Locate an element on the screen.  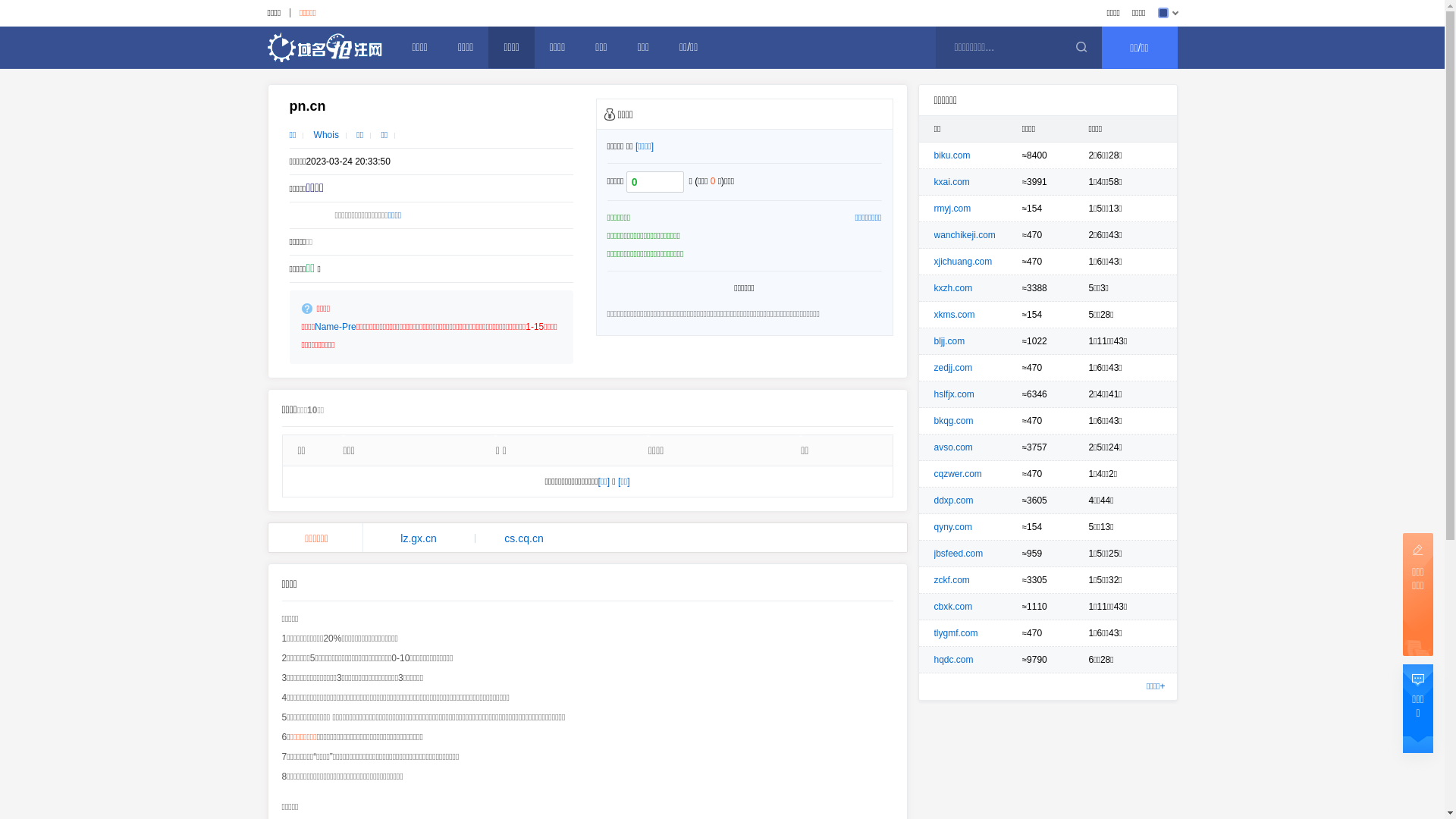
'qyny.com' is located at coordinates (952, 526).